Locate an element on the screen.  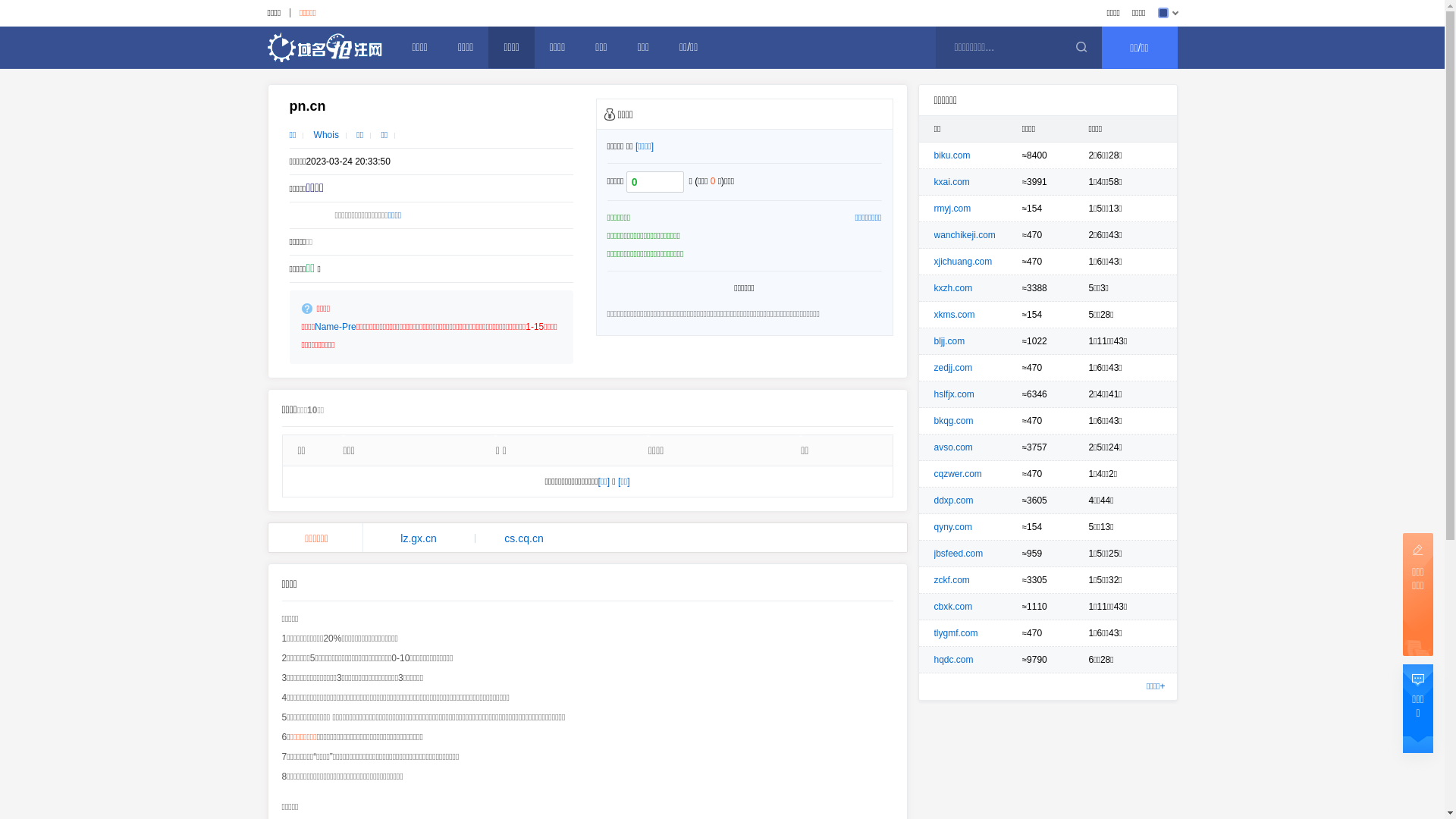
'qyny.com' is located at coordinates (952, 526).